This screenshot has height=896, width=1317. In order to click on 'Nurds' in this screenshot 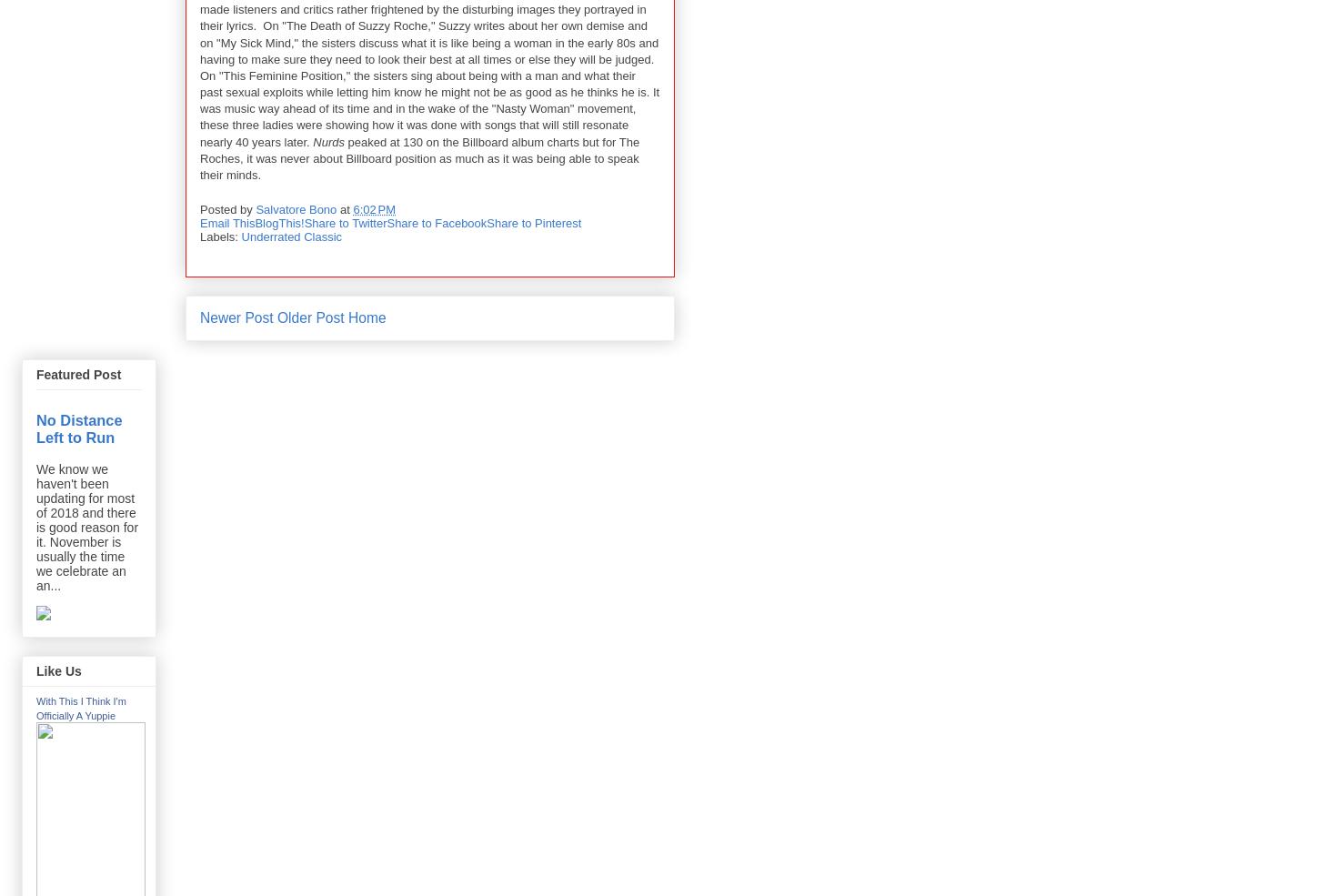, I will do `click(327, 141)`.